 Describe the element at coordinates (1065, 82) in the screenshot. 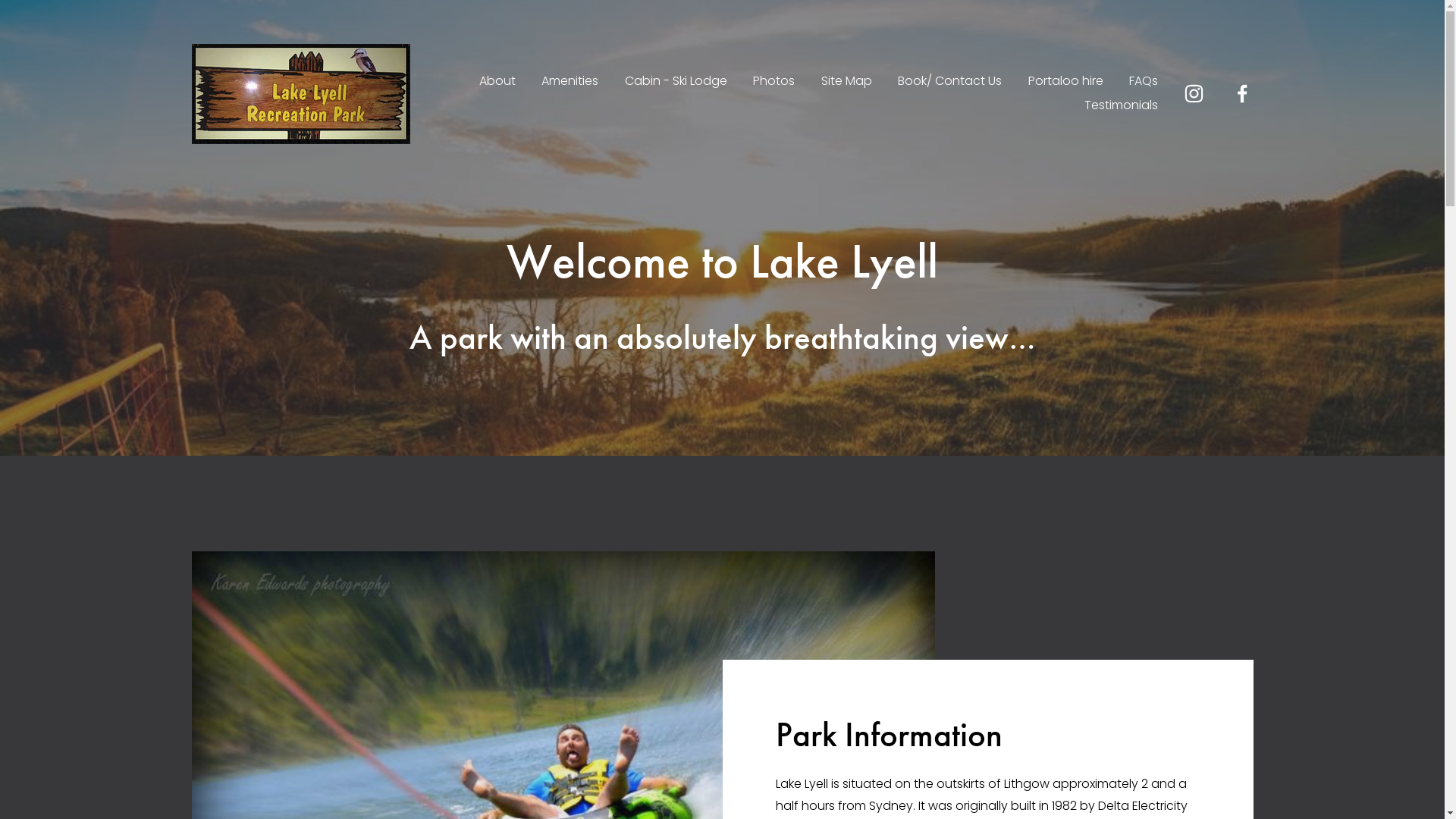

I see `'Portaloo hire'` at that location.